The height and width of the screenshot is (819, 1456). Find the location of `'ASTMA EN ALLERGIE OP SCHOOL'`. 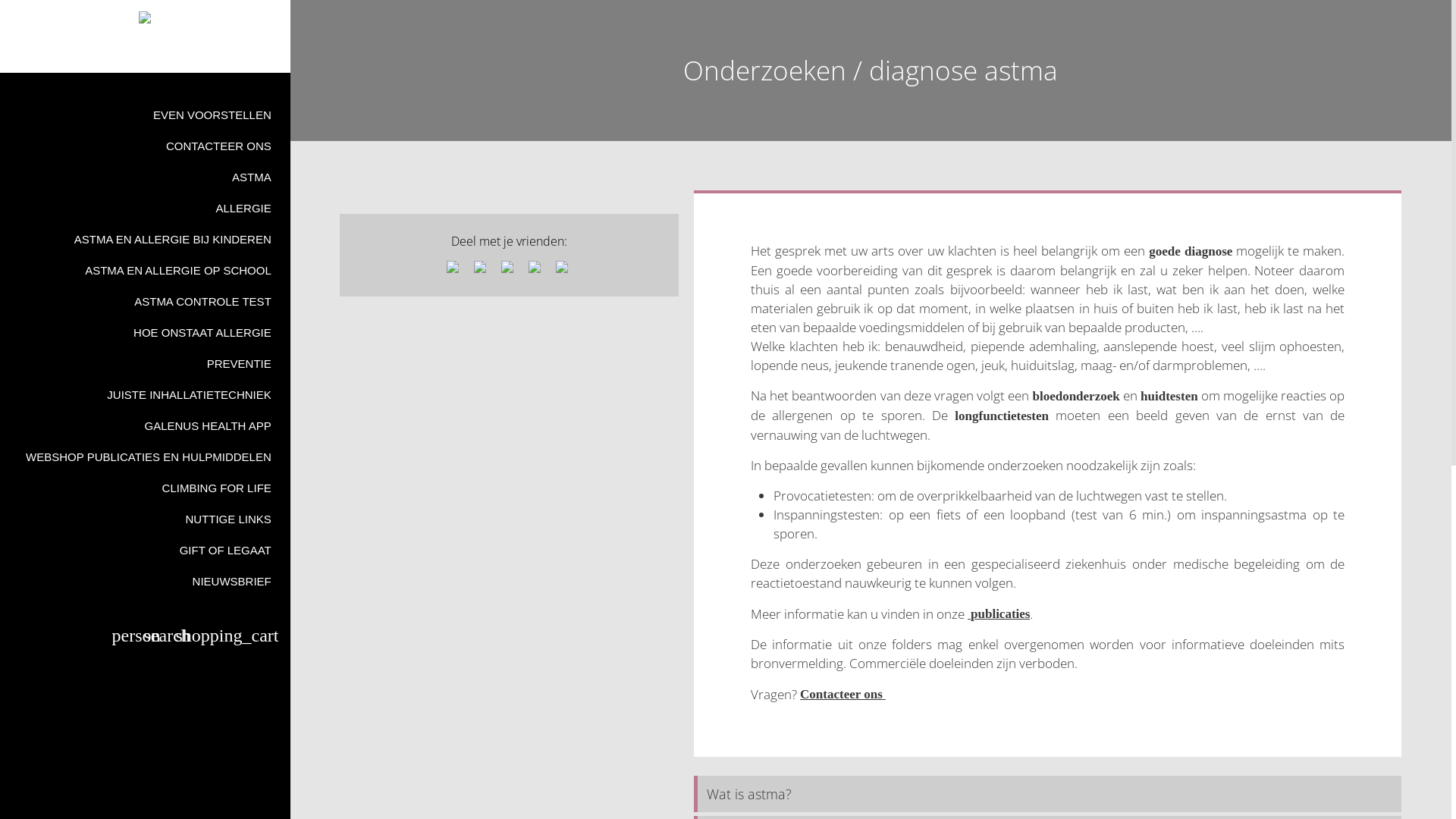

'ASTMA EN ALLERGIE OP SCHOOL' is located at coordinates (145, 269).